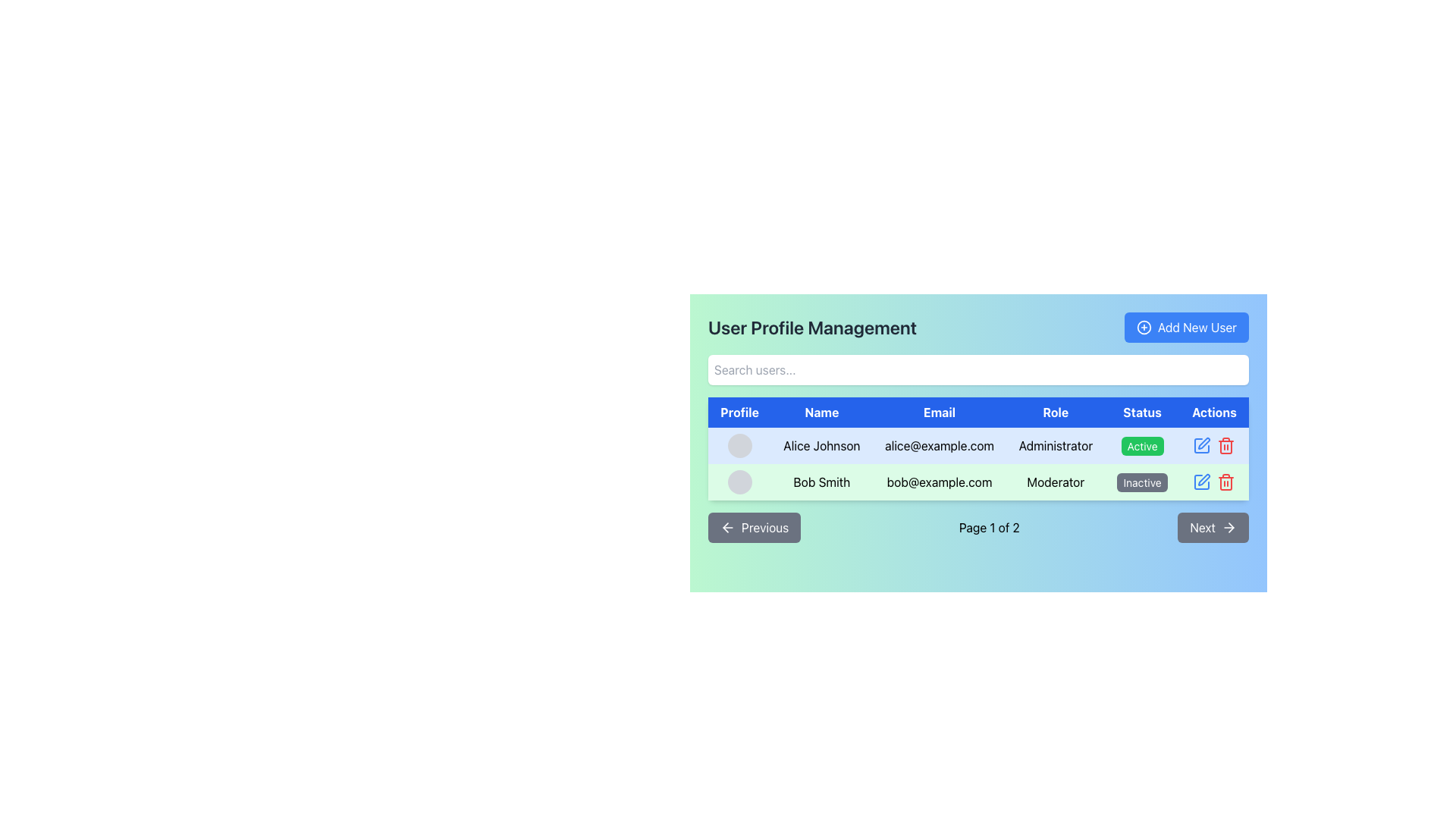 This screenshot has width=1456, height=819. What do you see at coordinates (989, 526) in the screenshot?
I see `the text label displaying 'Page 1 of 2' located in the pagination section between the 'Previous' and 'Next' buttons` at bounding box center [989, 526].